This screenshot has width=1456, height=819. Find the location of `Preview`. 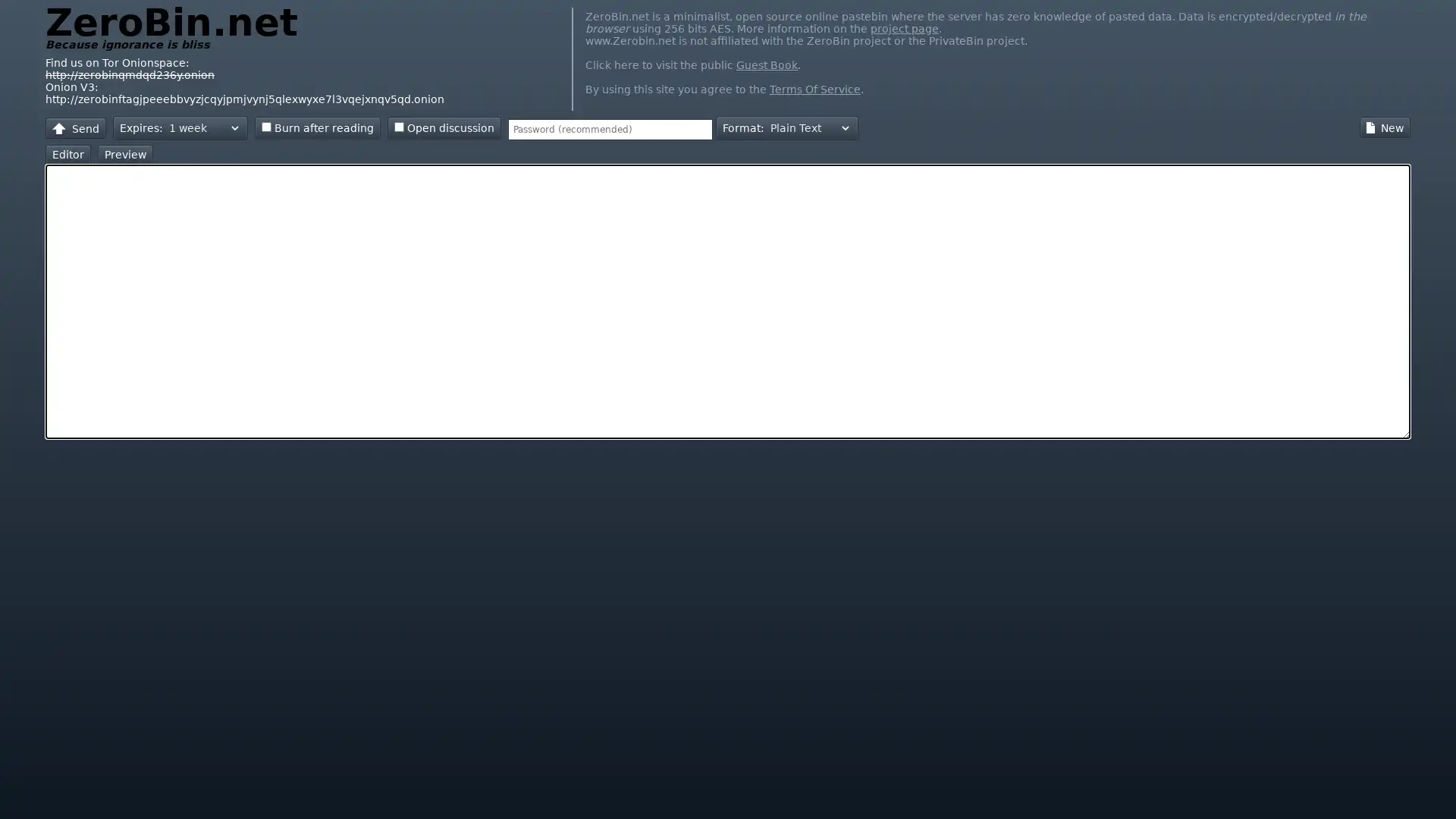

Preview is located at coordinates (125, 155).